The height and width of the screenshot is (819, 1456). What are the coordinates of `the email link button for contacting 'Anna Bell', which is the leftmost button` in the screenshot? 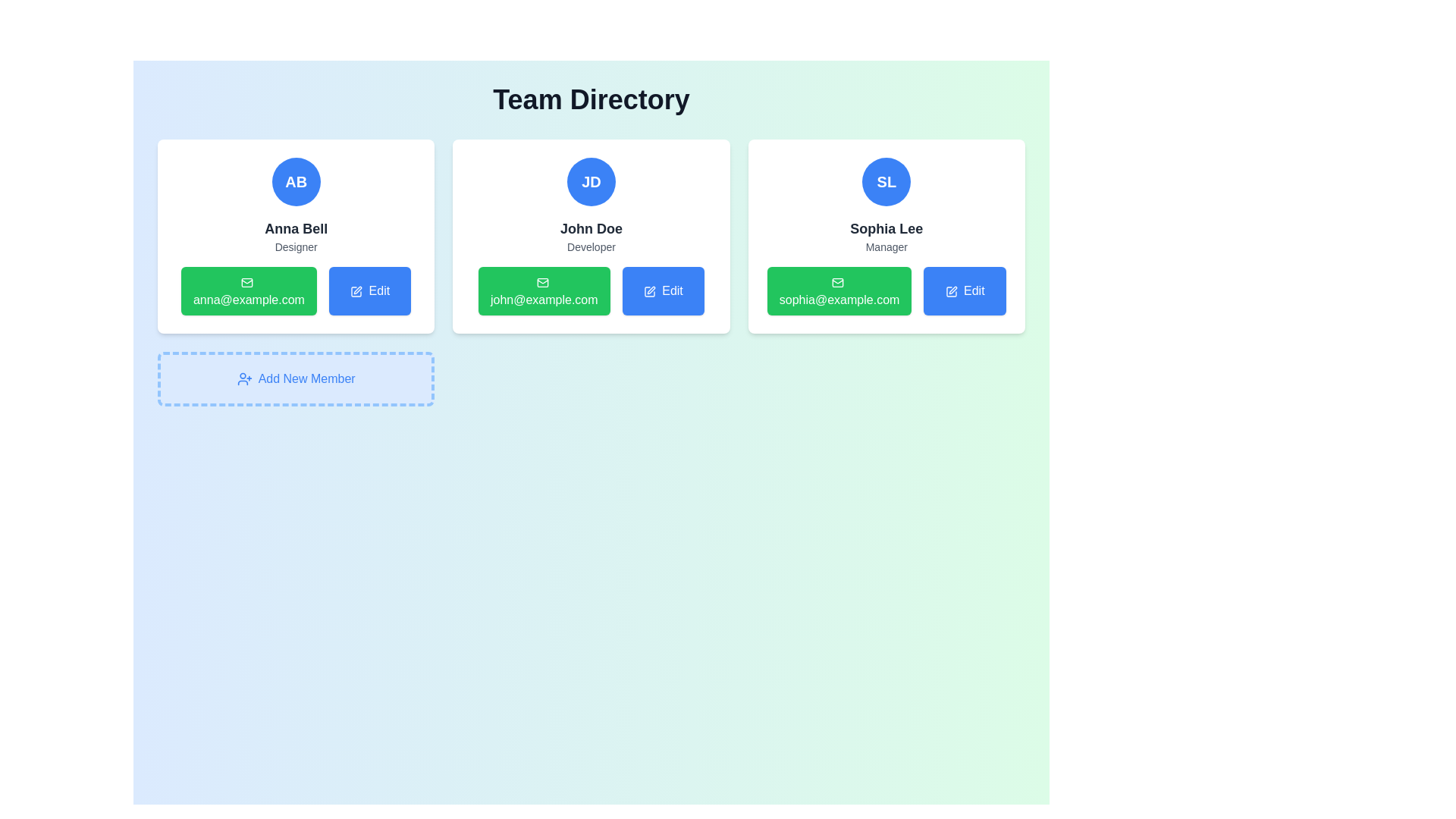 It's located at (248, 291).